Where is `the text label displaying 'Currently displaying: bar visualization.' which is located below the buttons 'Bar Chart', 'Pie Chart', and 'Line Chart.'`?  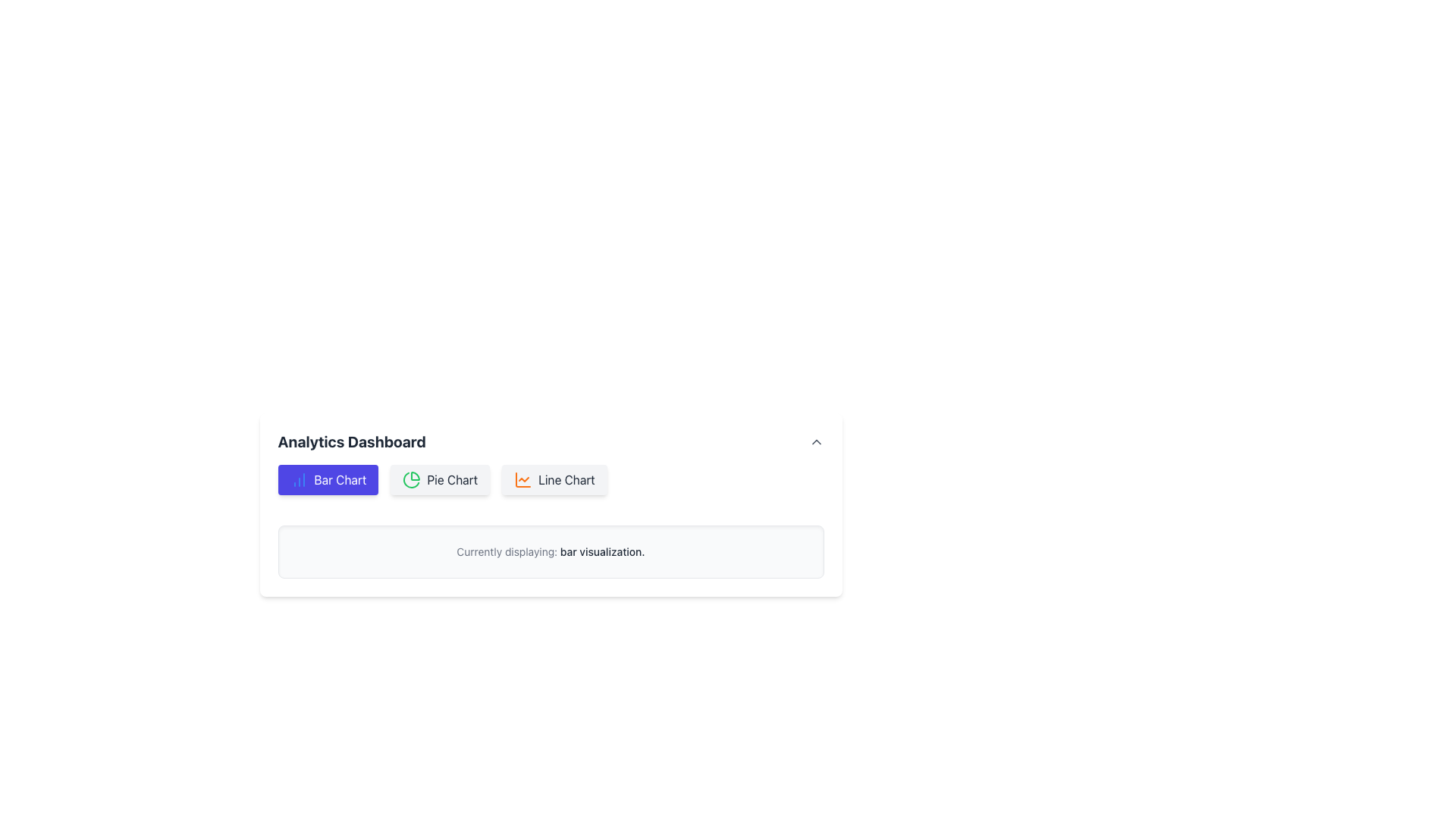
the text label displaying 'Currently displaying: bar visualization.' which is located below the buttons 'Bar Chart', 'Pie Chart', and 'Line Chart.' is located at coordinates (550, 552).